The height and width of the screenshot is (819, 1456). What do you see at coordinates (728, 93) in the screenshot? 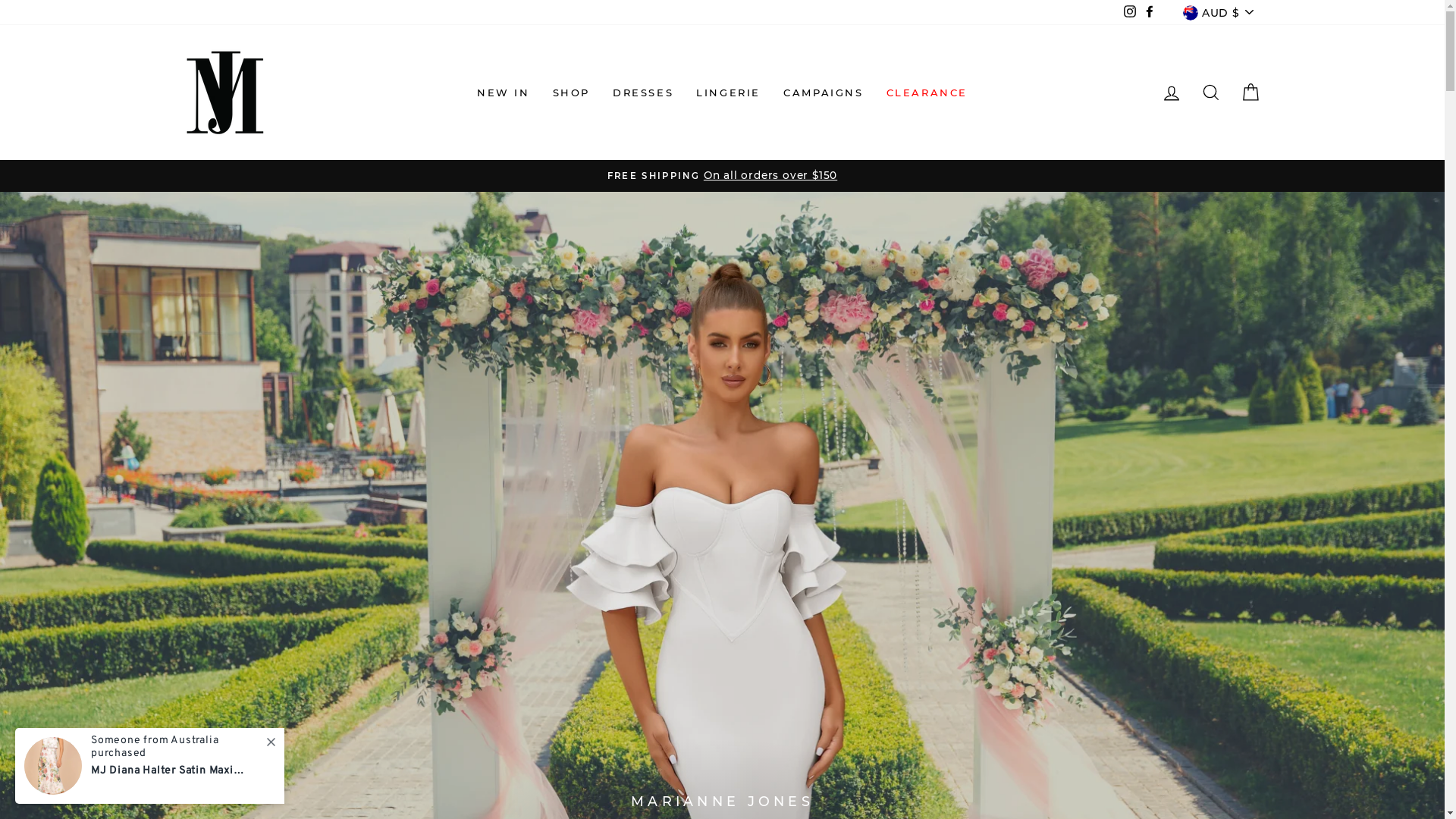
I see `'LINGERIE'` at bounding box center [728, 93].